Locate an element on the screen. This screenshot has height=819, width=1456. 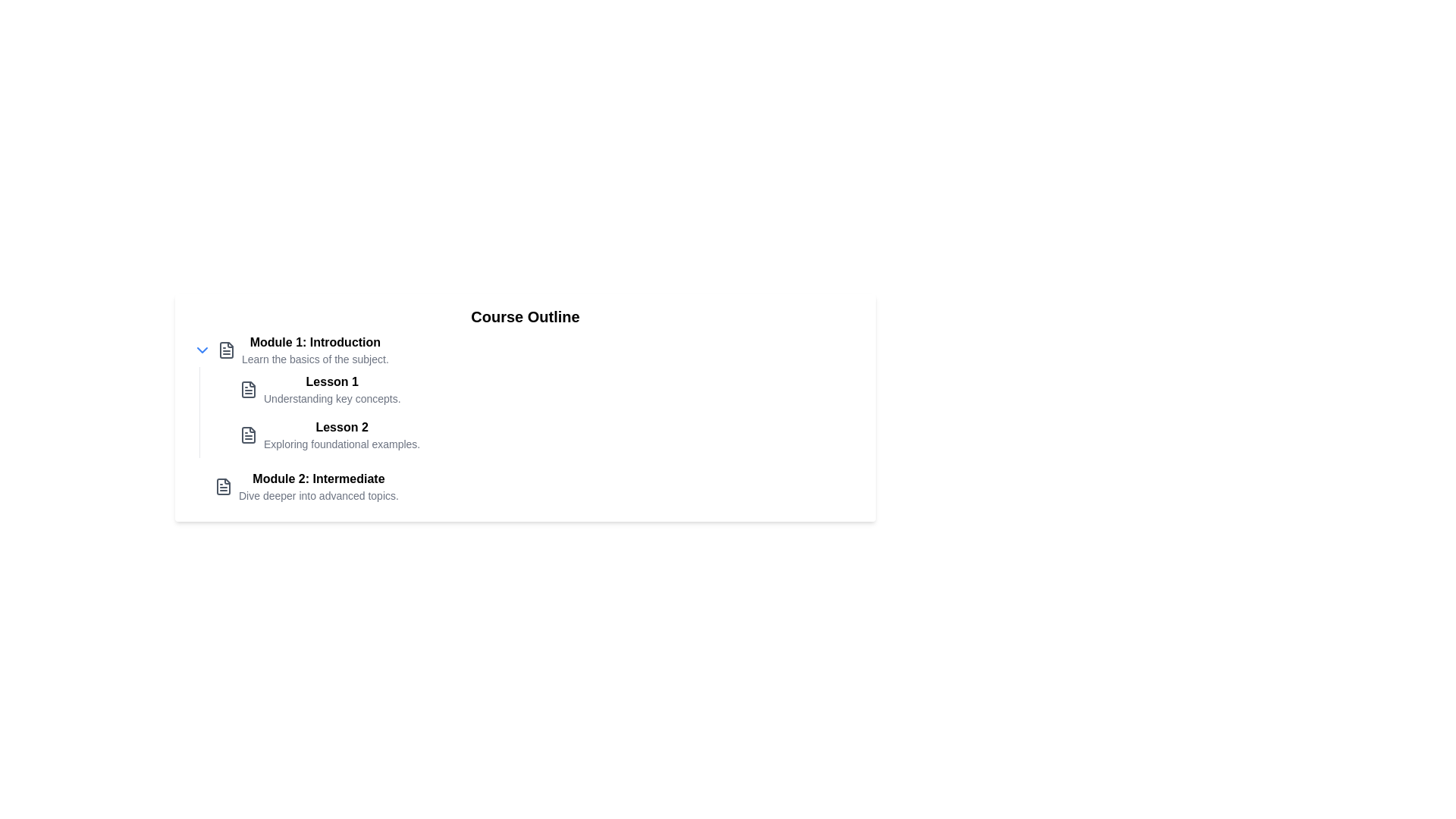
the Text Label that provides a detailed description of the topic covered in Lesson 2, located under the heading 'Lesson 2' and within the outlined course structure is located at coordinates (341, 444).